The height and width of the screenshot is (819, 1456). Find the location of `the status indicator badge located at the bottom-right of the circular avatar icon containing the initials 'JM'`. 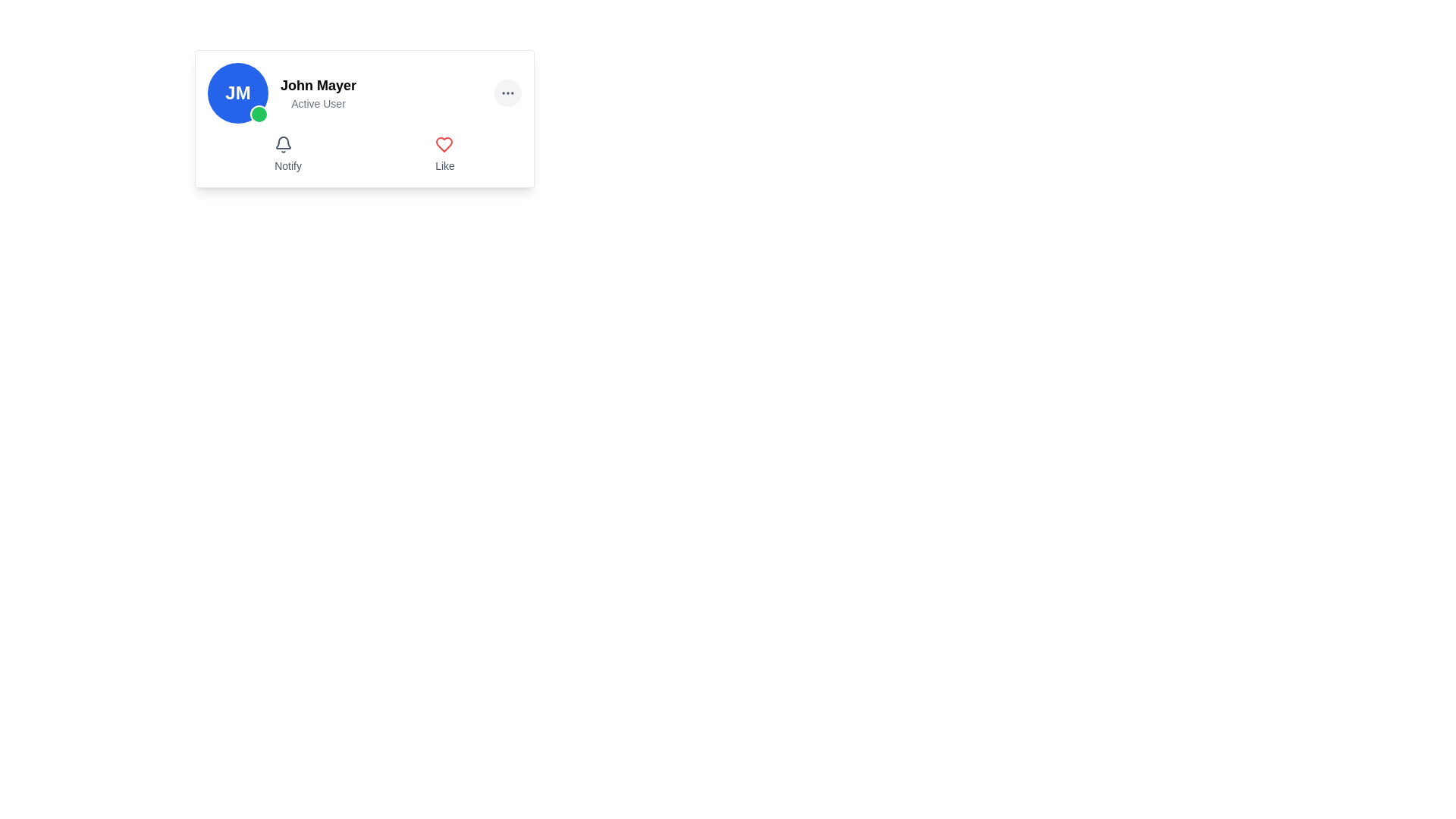

the status indicator badge located at the bottom-right of the circular avatar icon containing the initials 'JM' is located at coordinates (259, 113).